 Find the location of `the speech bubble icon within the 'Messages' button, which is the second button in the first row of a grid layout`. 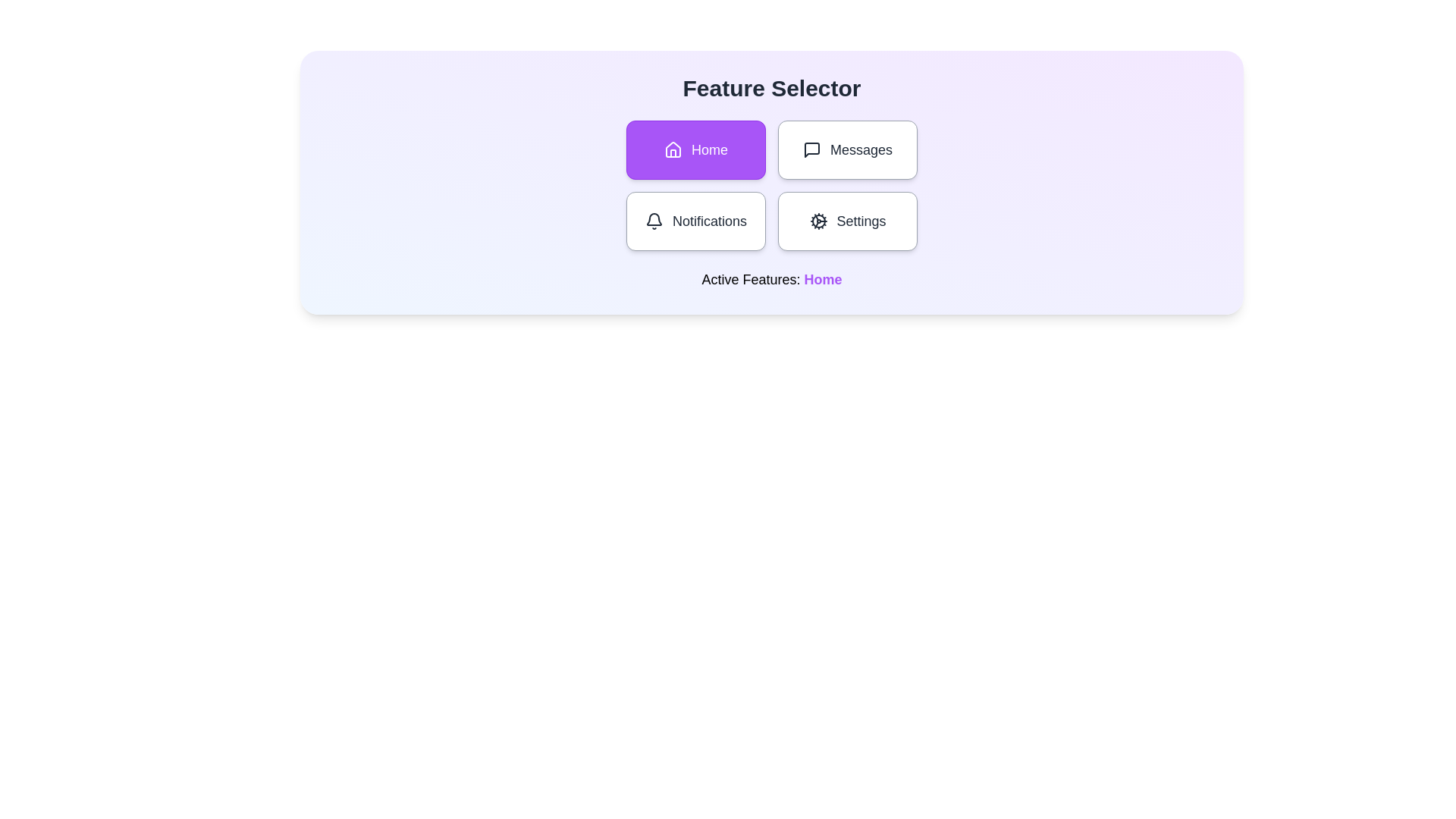

the speech bubble icon within the 'Messages' button, which is the second button in the first row of a grid layout is located at coordinates (811, 149).